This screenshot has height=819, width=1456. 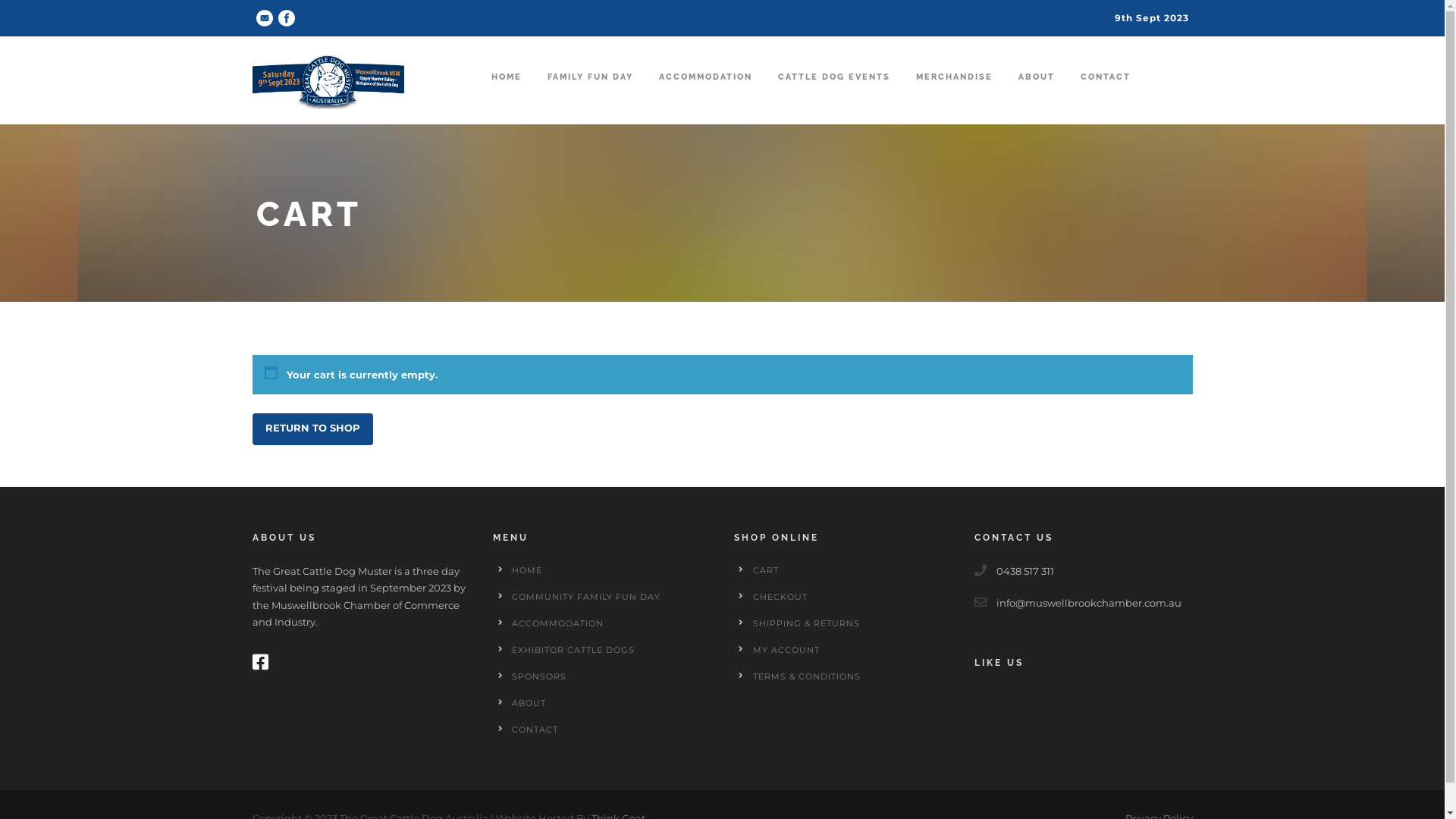 What do you see at coordinates (805, 675) in the screenshot?
I see `'TERMS & CONDITIONS'` at bounding box center [805, 675].